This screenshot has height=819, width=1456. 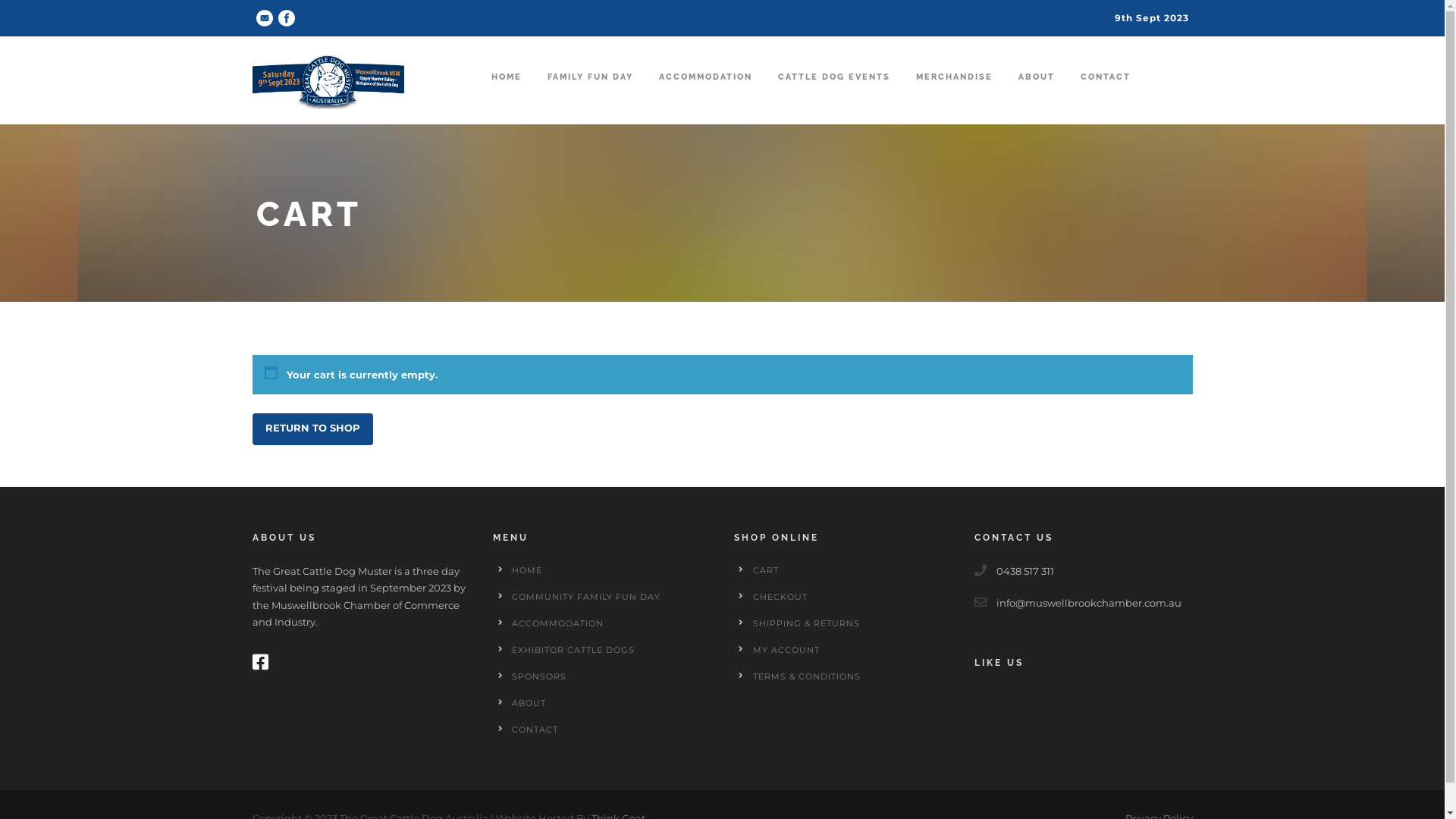 What do you see at coordinates (805, 675) in the screenshot?
I see `'TERMS & CONDITIONS'` at bounding box center [805, 675].